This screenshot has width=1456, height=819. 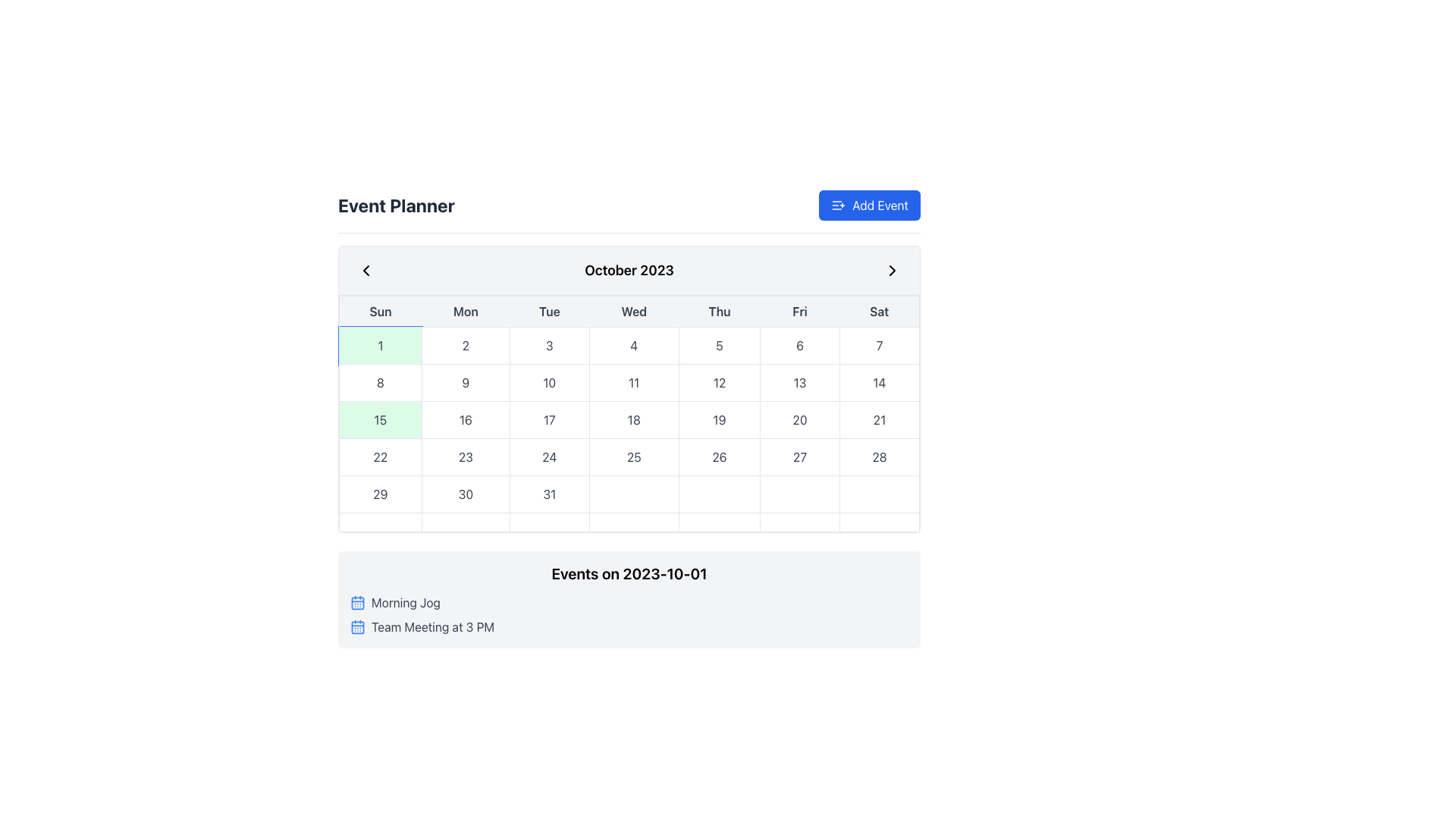 I want to click on the static text label that indicates the currently displayed month and year in the calendar, positioned at the top-center of the calendar interface, so click(x=629, y=270).